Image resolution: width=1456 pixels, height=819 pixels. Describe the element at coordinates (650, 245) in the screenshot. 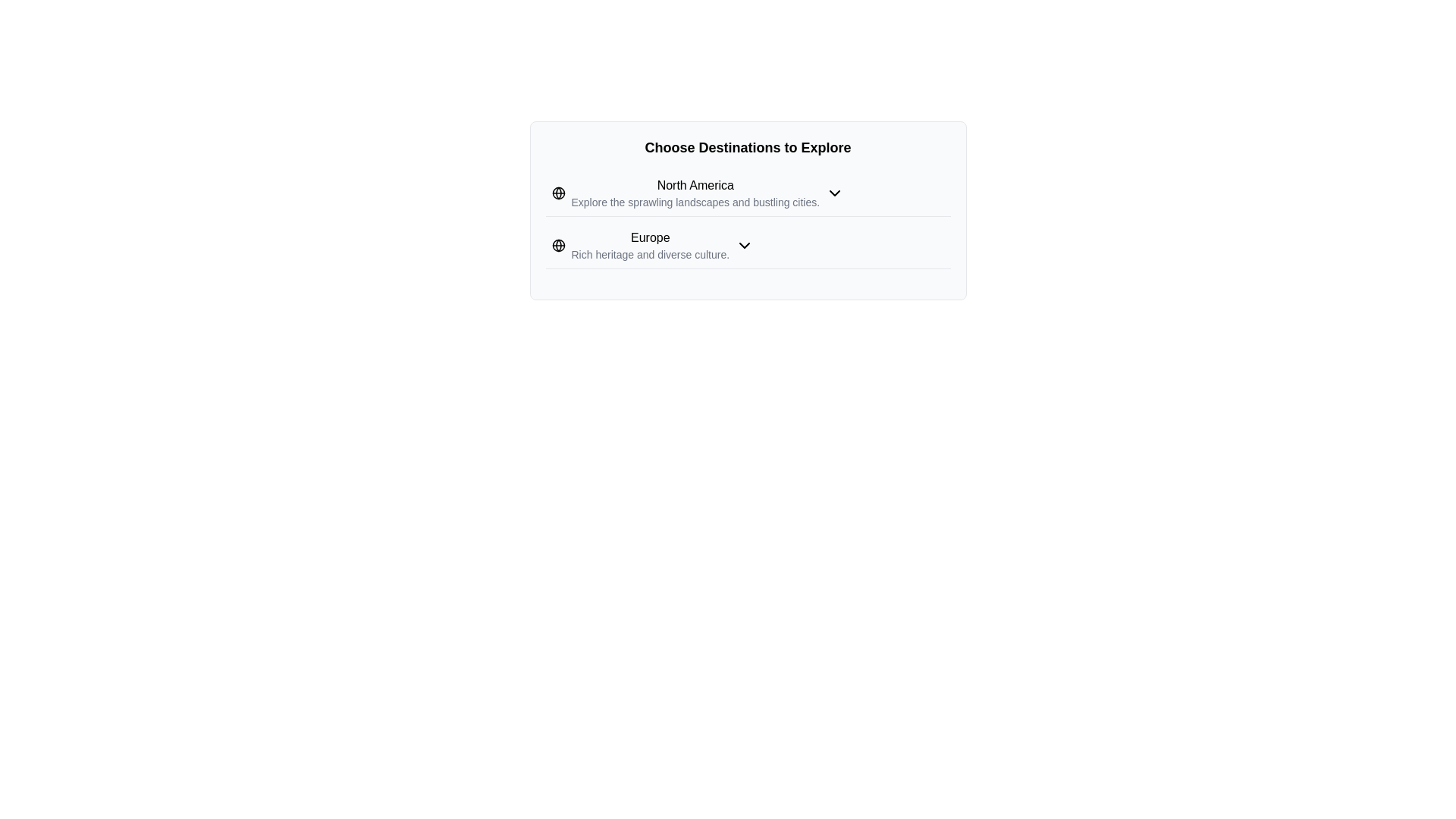

I see `the details of the 'Europe' destination text display block, which provides information about its qualities and attractions, located under the 'North America' entry` at that location.